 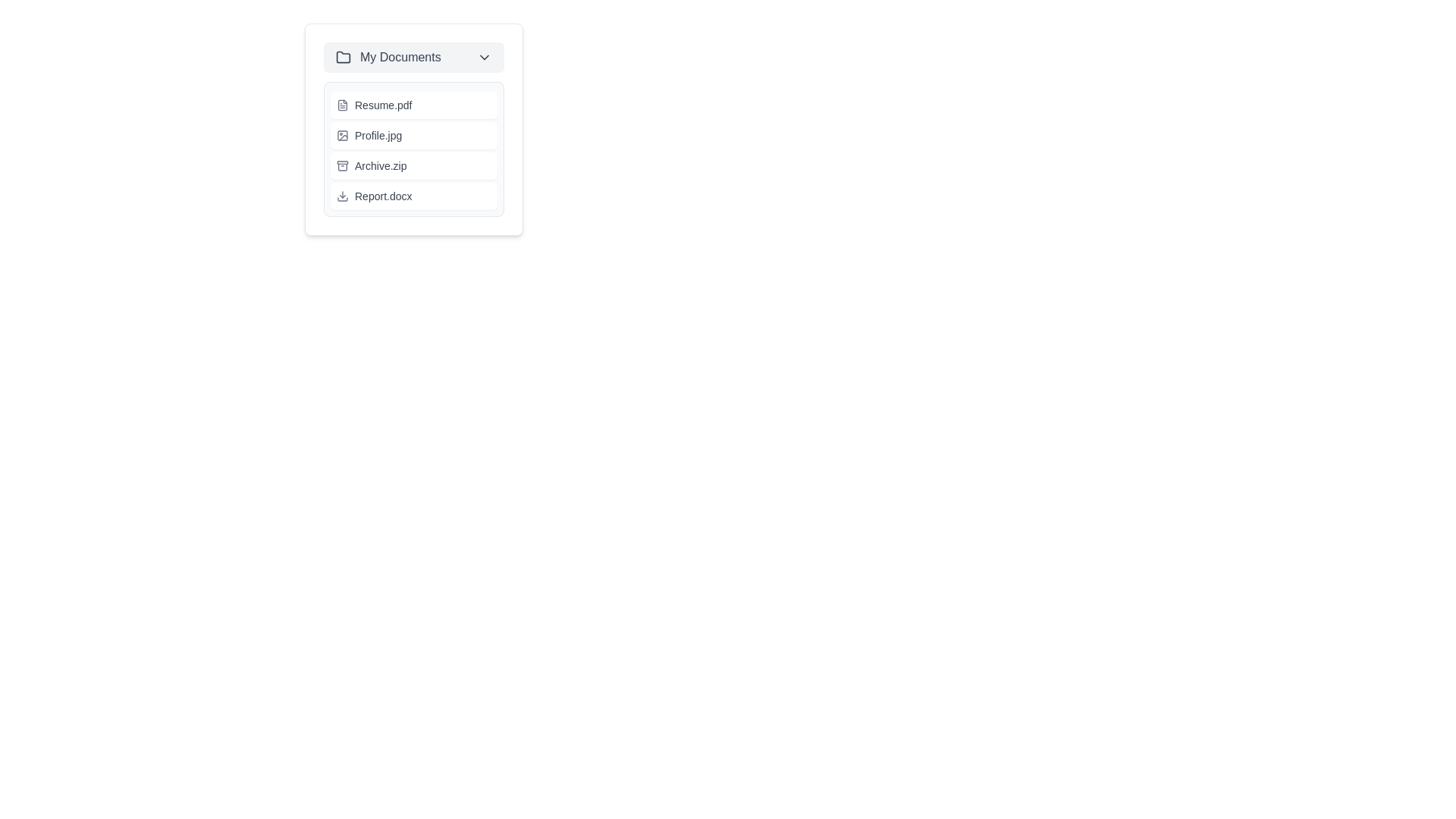 What do you see at coordinates (341, 104) in the screenshot?
I see `file icon representing a document, which has a rectangular shape with rounded sides and a folded top corner, located just to the left of 'Resume.pdf'` at bounding box center [341, 104].